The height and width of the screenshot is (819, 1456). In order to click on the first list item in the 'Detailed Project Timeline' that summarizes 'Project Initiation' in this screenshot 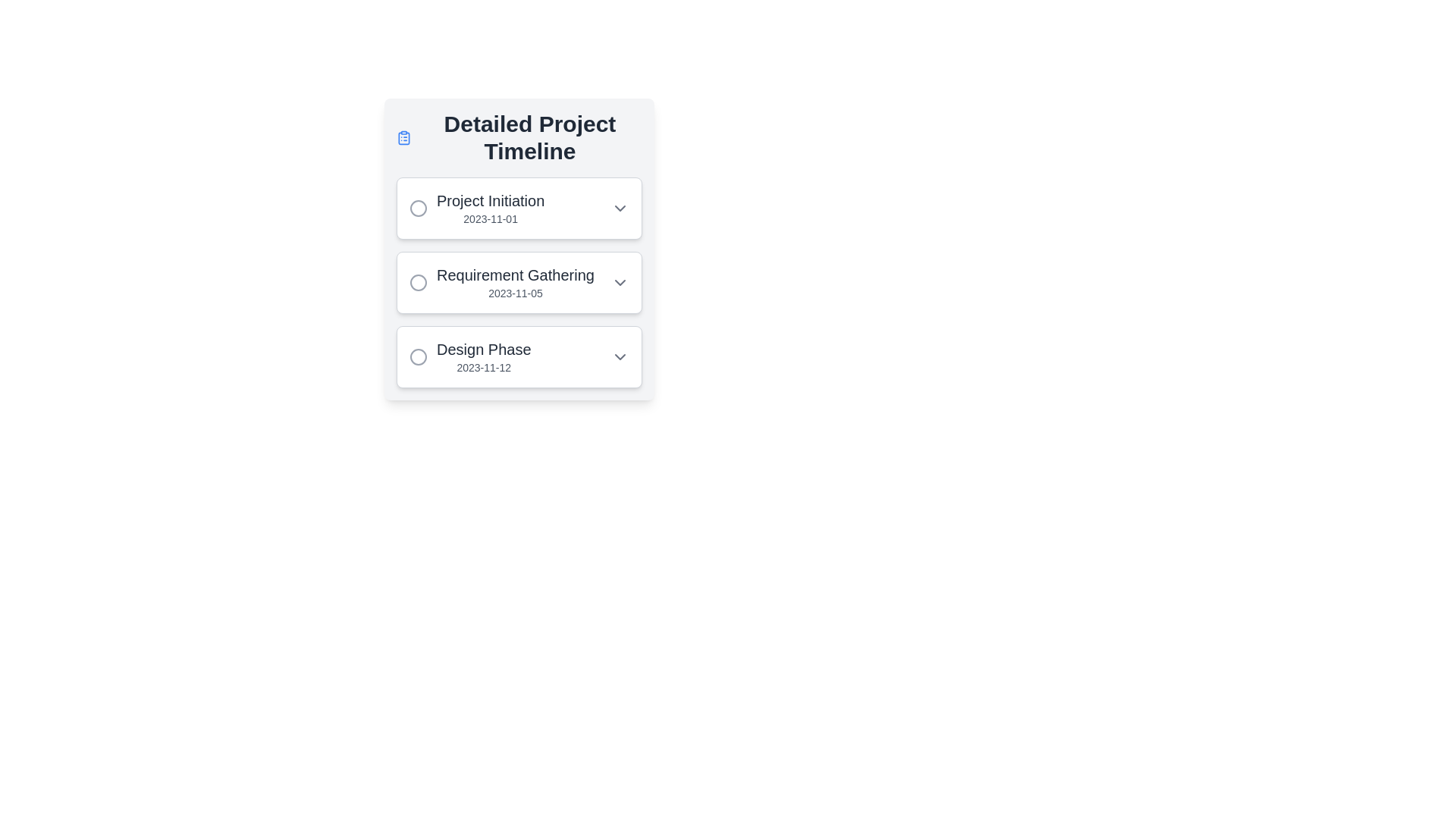, I will do `click(519, 208)`.